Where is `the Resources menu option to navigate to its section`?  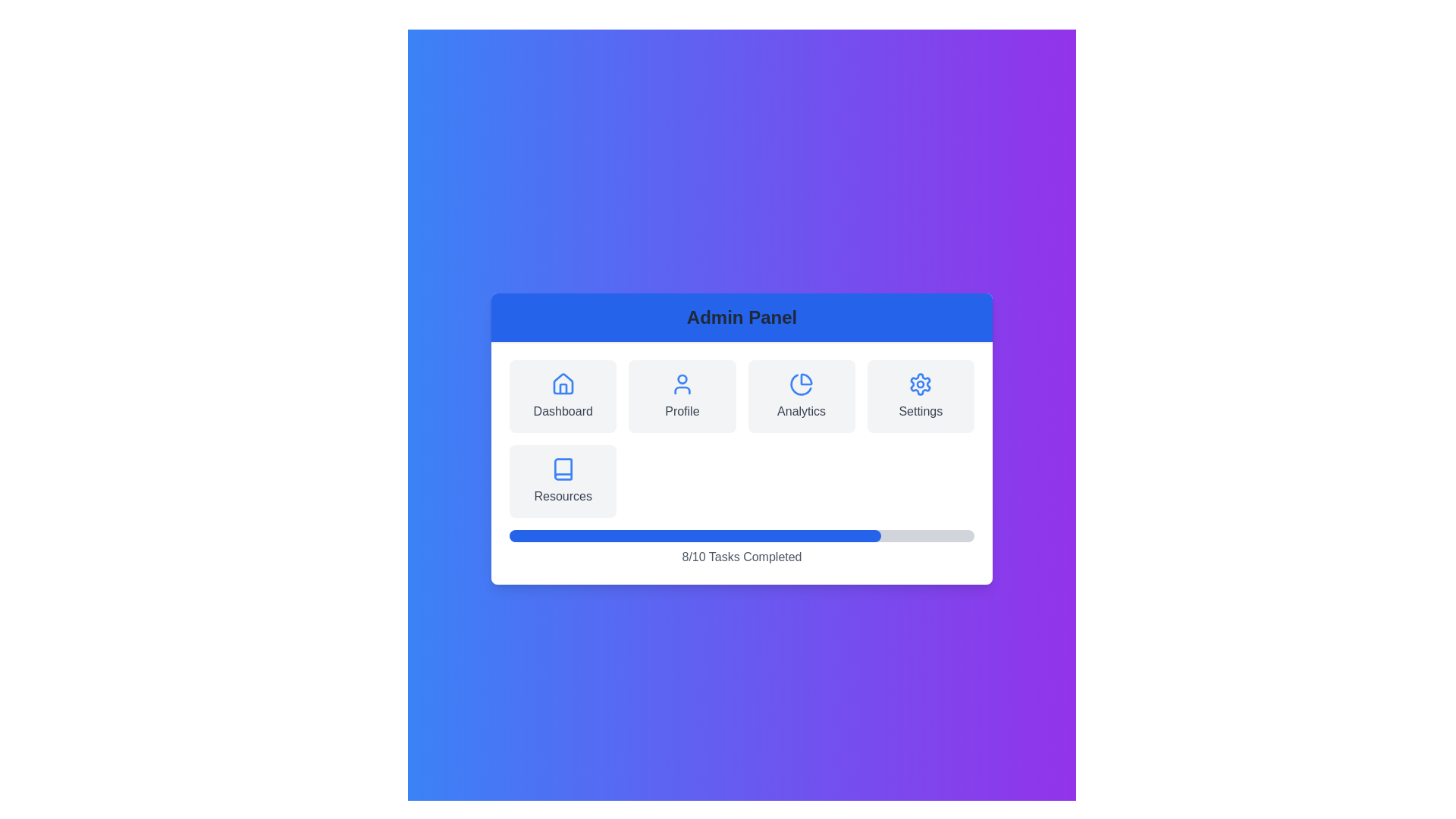
the Resources menu option to navigate to its section is located at coordinates (562, 482).